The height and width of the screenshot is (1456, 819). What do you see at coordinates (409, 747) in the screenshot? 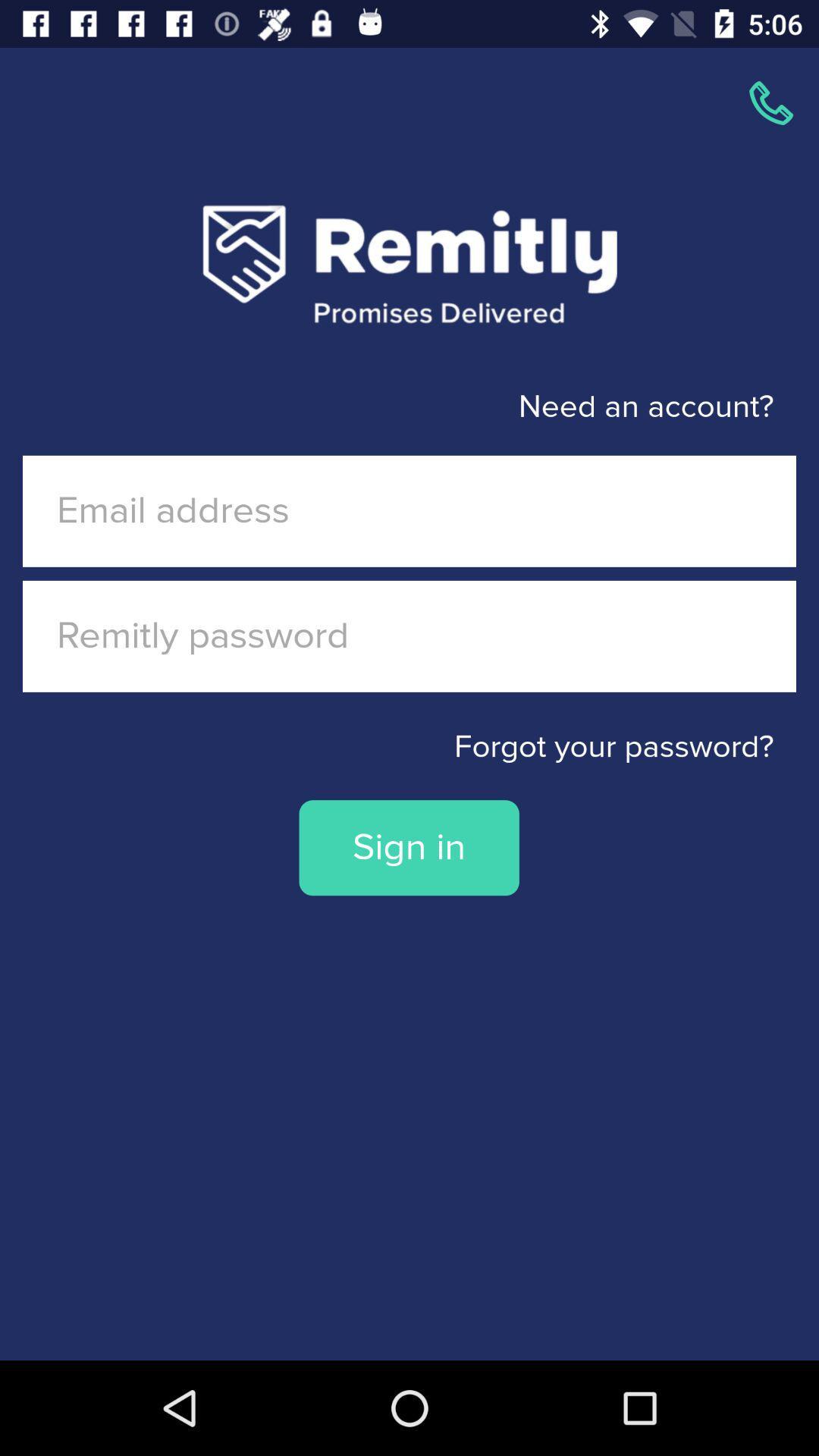
I see `forgot your password? icon` at bounding box center [409, 747].